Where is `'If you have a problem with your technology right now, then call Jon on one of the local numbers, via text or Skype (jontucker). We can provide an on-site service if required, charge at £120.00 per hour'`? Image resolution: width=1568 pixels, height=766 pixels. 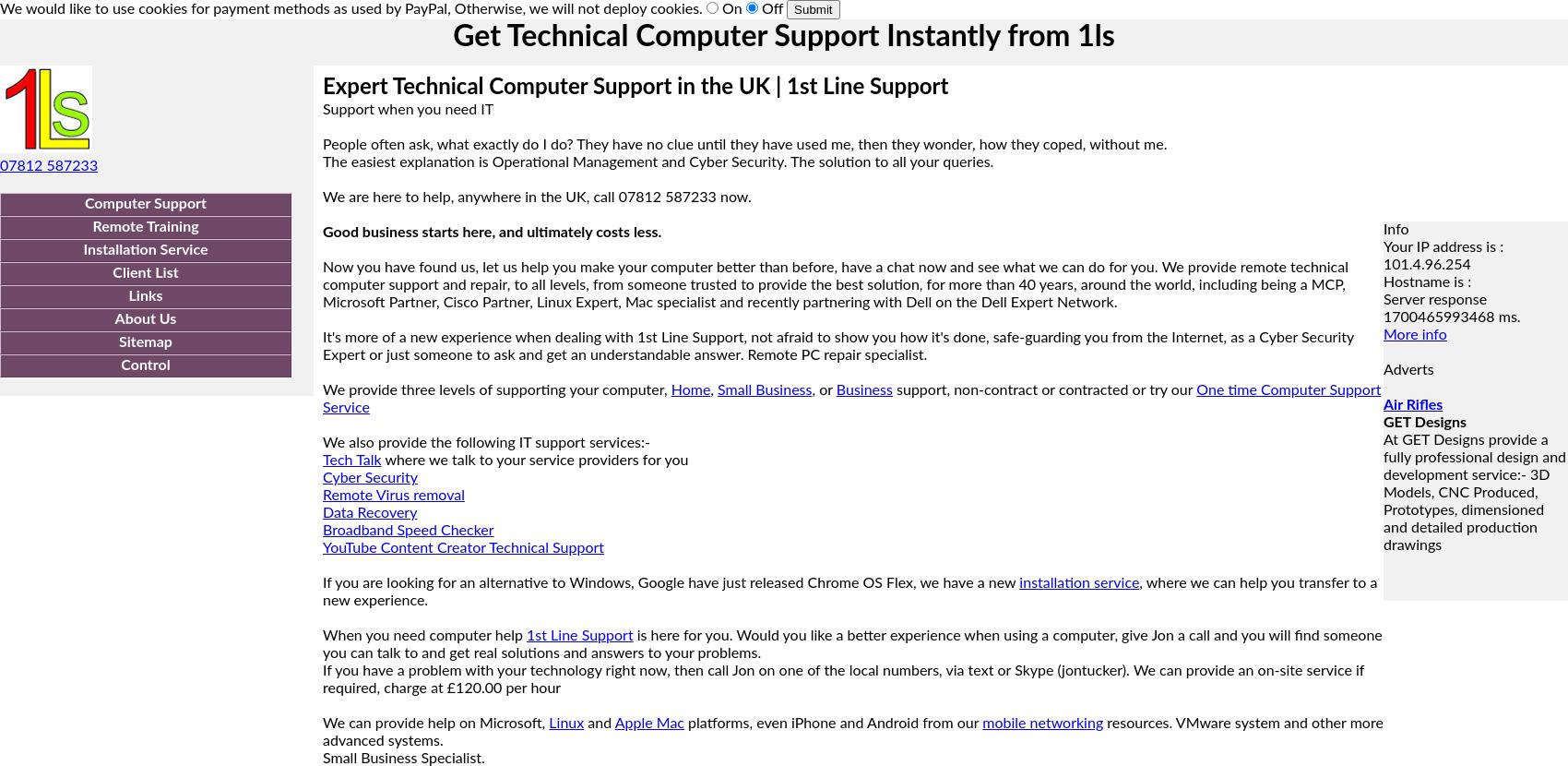
'If you have a problem with your technology right now, then call Jon on one of the local numbers, via text or Skype (jontucker). We can provide an on-site service if required, charge at £120.00 per hour' is located at coordinates (843, 678).